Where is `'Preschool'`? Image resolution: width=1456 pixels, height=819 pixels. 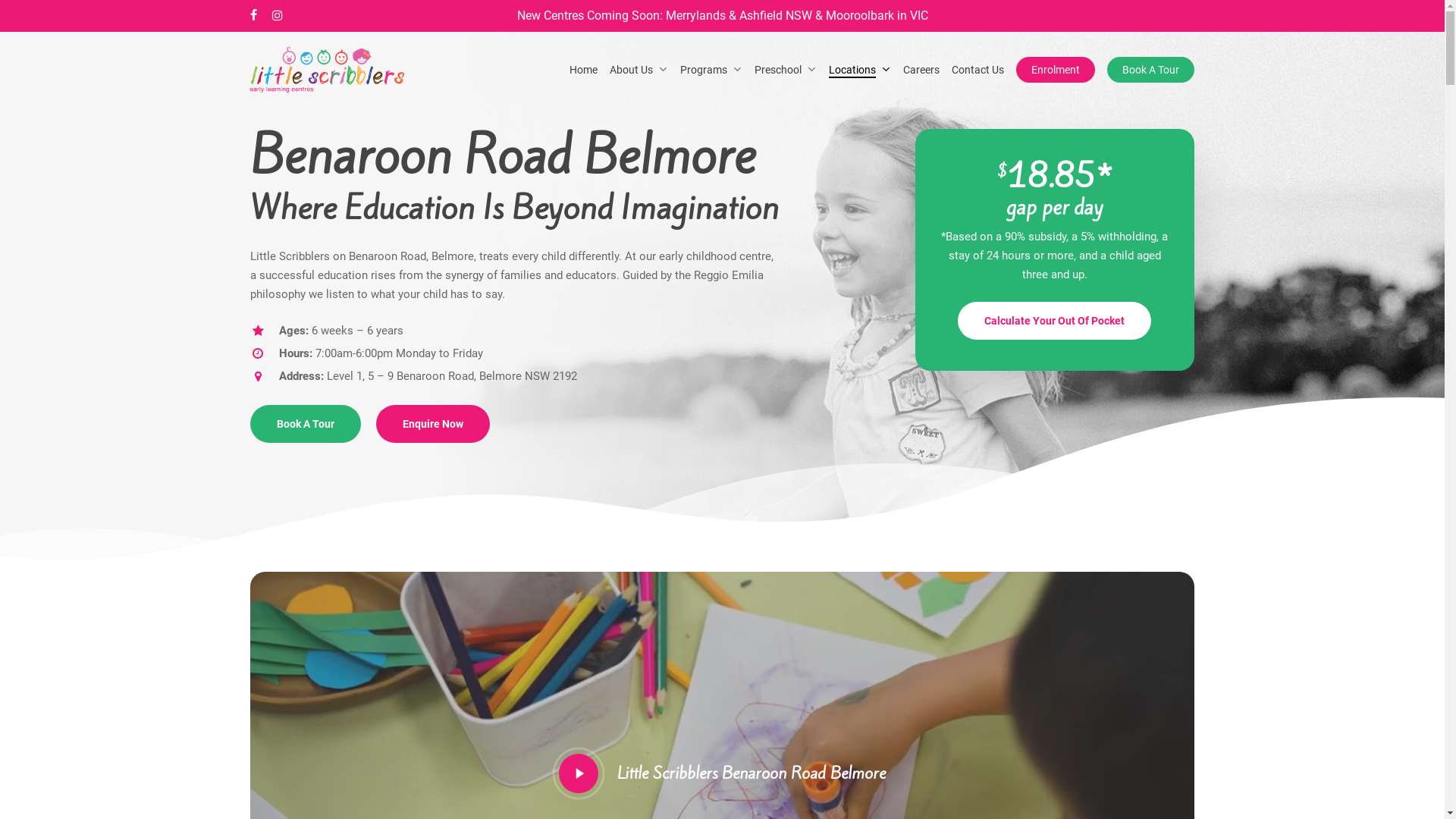 'Preschool' is located at coordinates (786, 70).